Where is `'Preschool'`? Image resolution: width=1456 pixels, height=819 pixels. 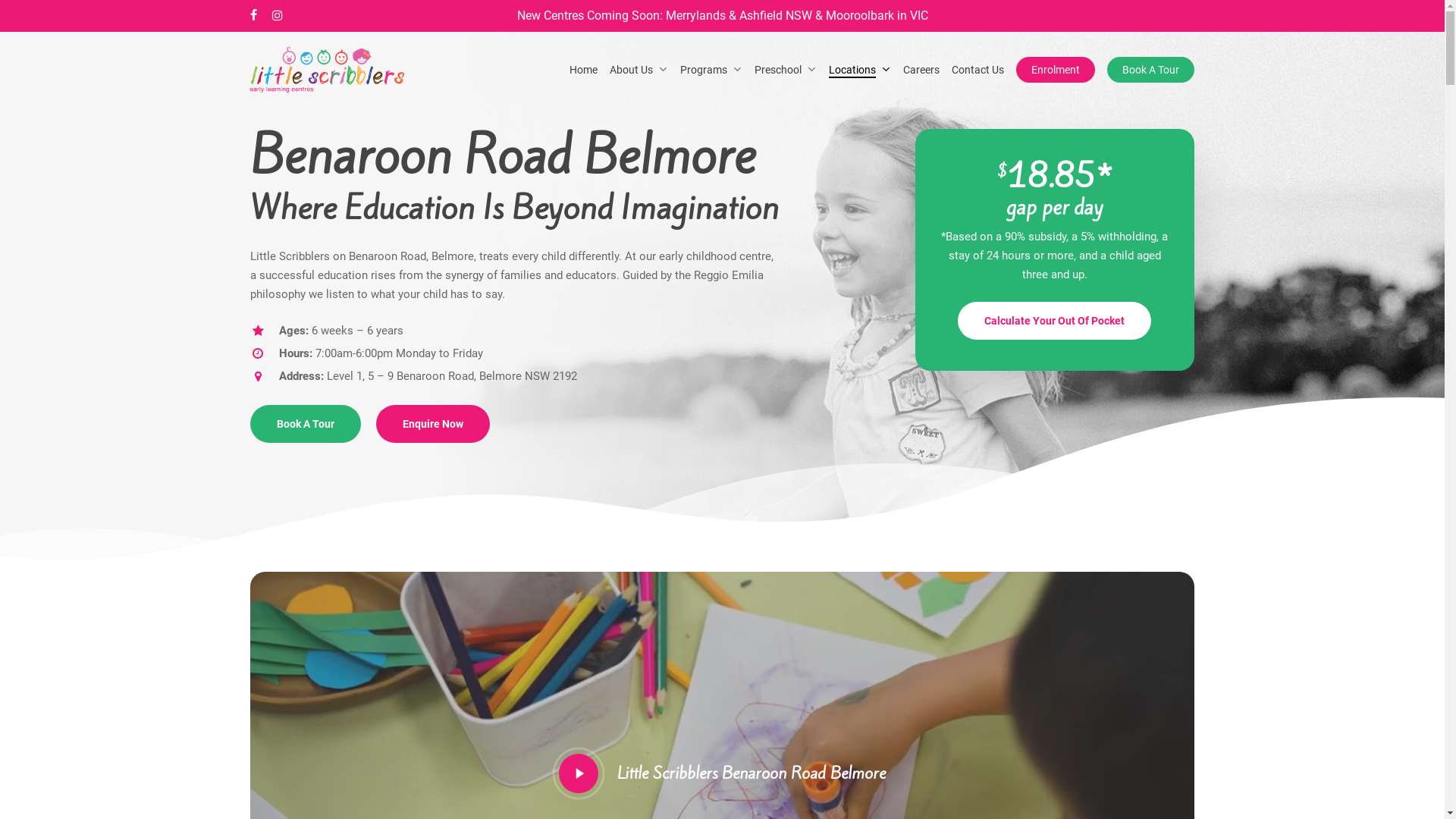 'Preschool' is located at coordinates (786, 70).